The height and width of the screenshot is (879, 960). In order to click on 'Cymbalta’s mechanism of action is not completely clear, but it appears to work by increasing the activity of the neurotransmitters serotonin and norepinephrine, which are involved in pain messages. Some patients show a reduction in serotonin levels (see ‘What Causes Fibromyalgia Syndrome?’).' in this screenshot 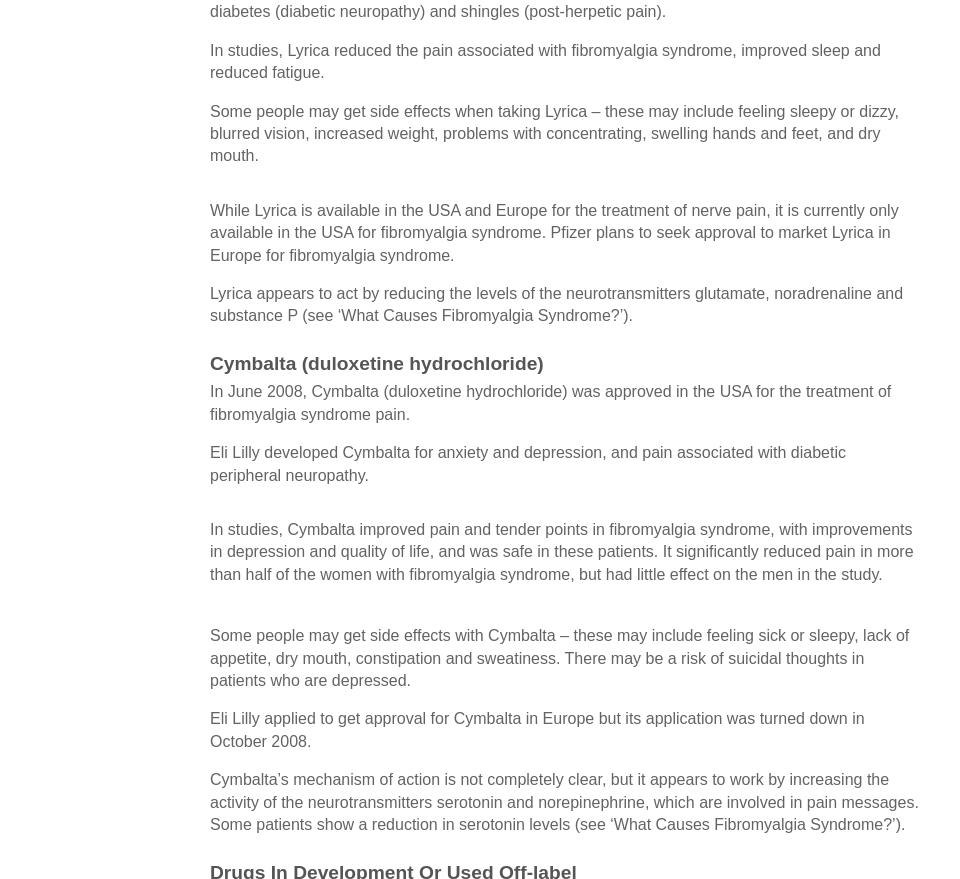, I will do `click(210, 800)`.